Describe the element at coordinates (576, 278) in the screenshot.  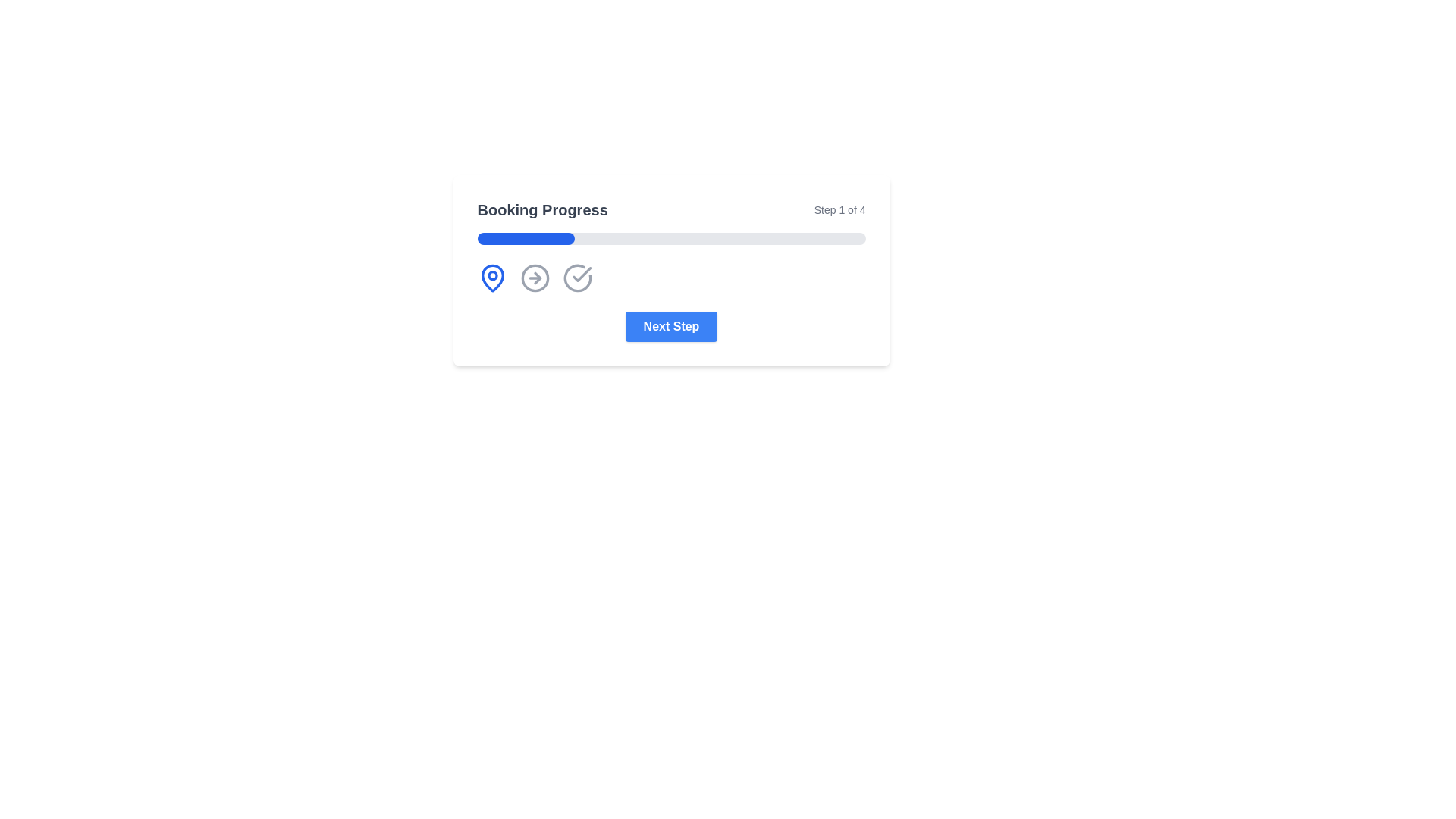
I see `the circular status indicator icon featuring a checkmark, which is the third element in a sequence of horizontally aligned icons` at that location.